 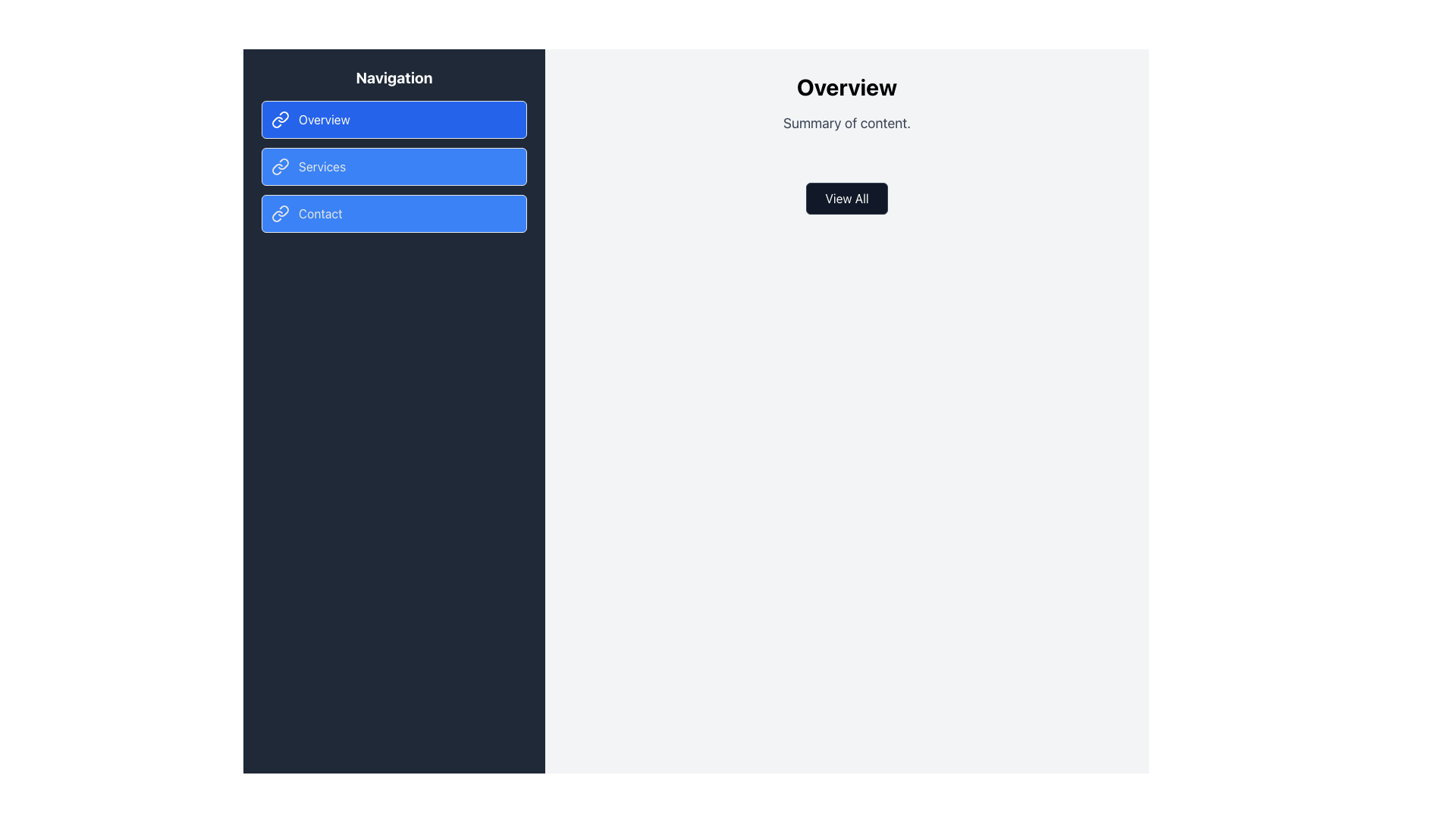 I want to click on the 'Services' navigation button which contains the link icon depicted as two rounded rectangles connected by diagonal lines, so click(x=280, y=166).